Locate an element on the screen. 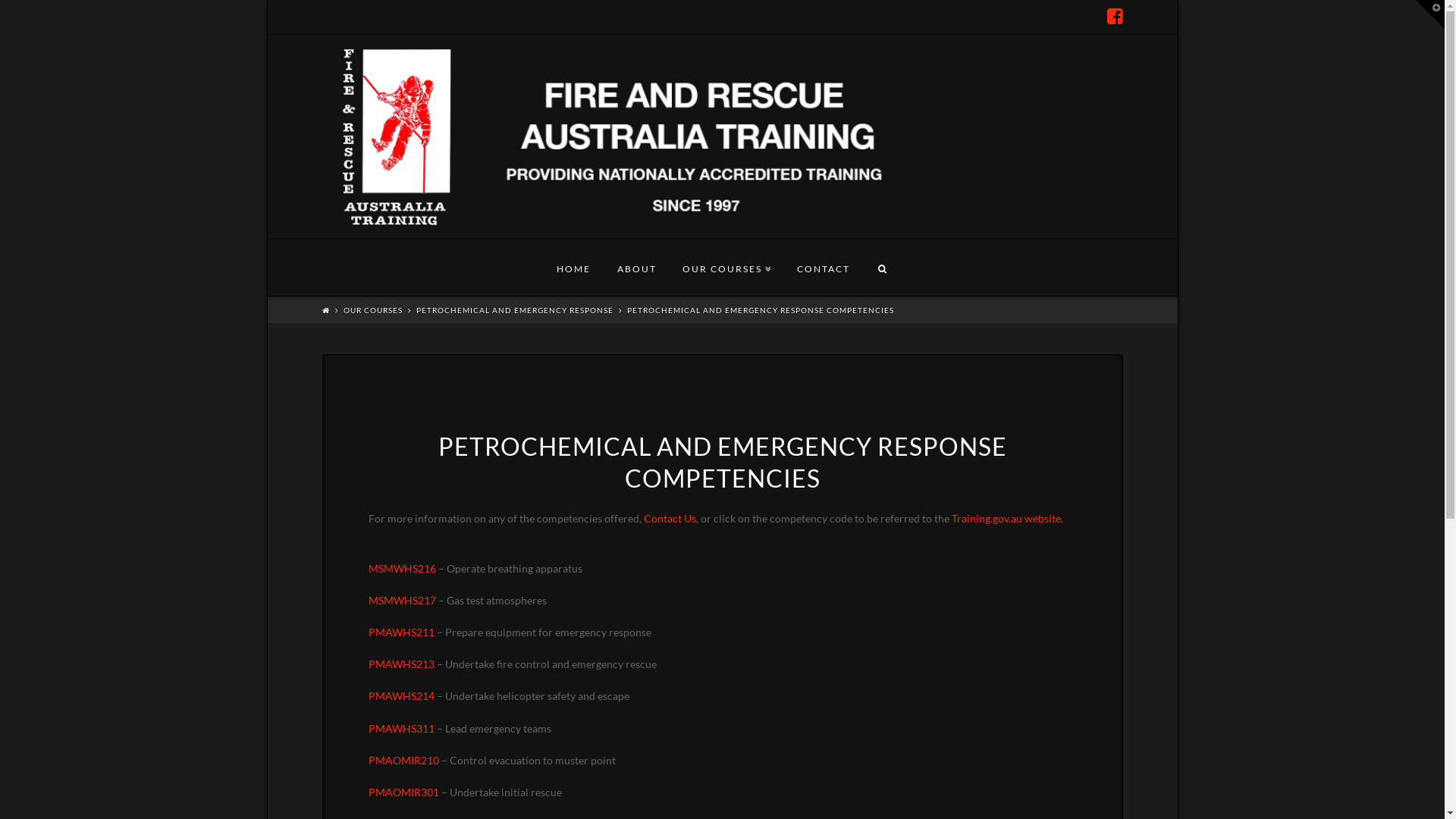 This screenshot has width=1456, height=819. 'PMAWHS213' is located at coordinates (401, 663).